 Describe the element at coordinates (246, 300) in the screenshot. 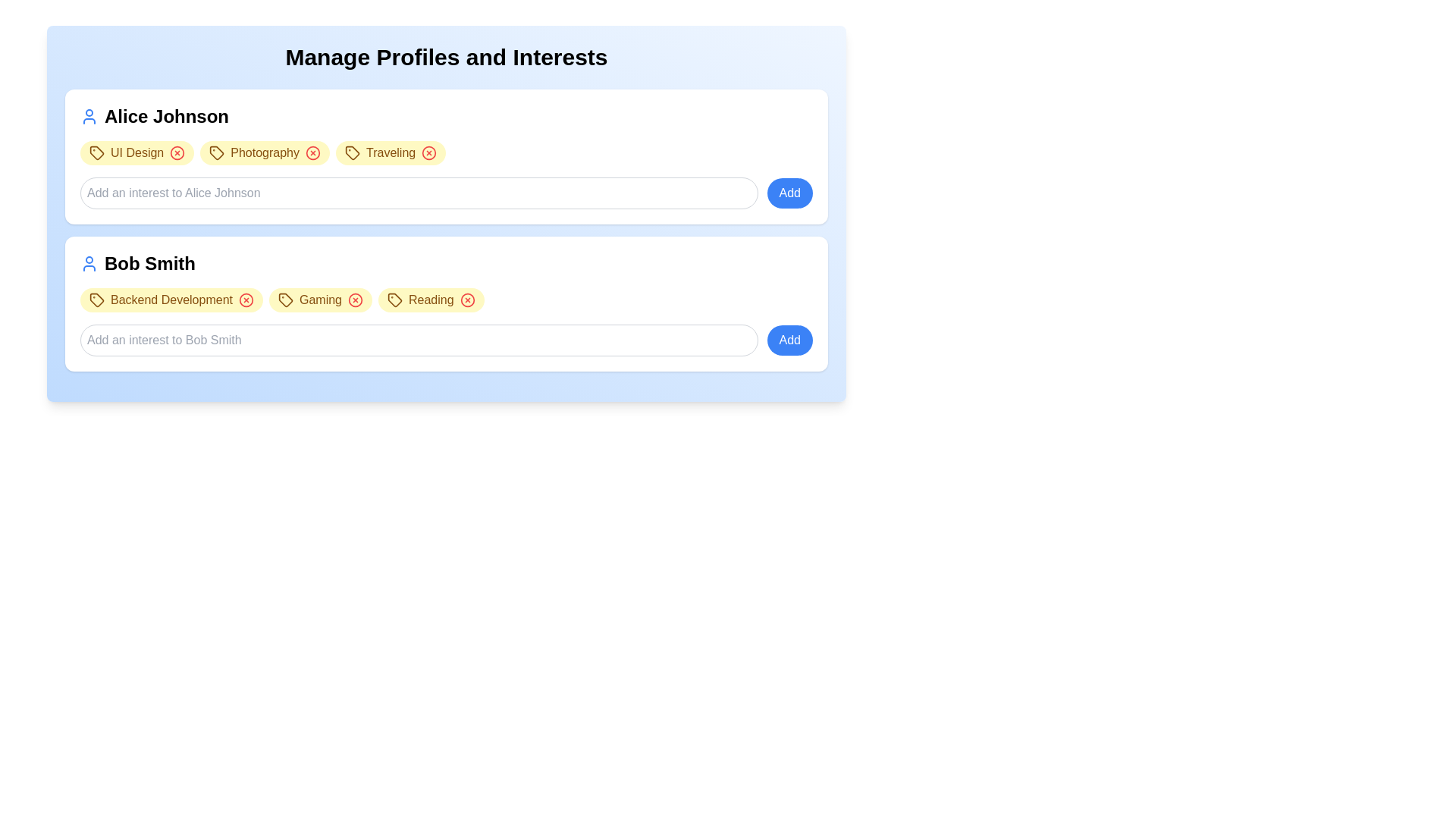

I see `the round red cancel icon with a cross symbol located at the far end of the 'Backend Development' badge under the 'Bob Smith' profile section` at that location.